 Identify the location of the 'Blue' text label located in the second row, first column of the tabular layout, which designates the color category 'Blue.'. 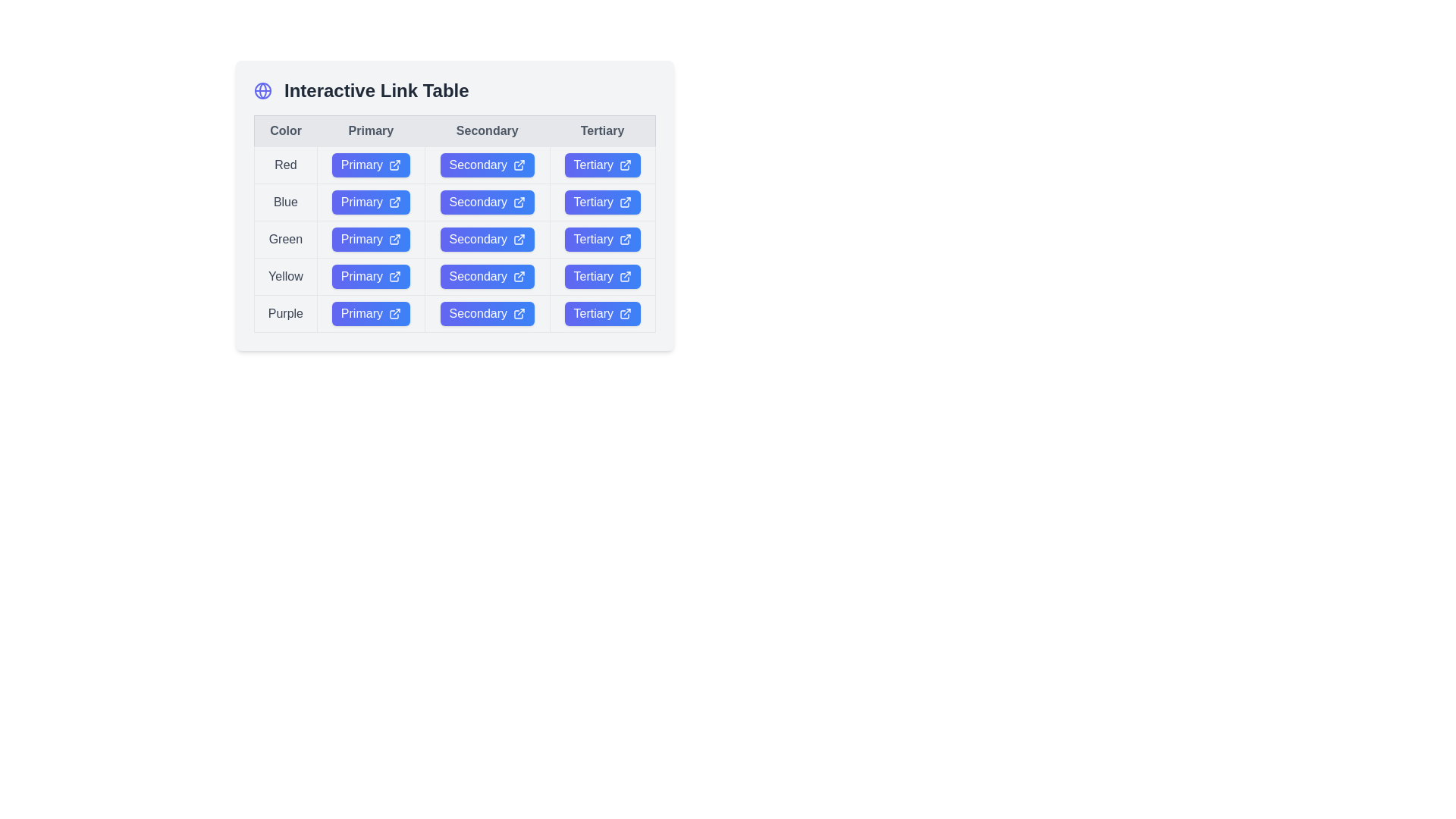
(285, 201).